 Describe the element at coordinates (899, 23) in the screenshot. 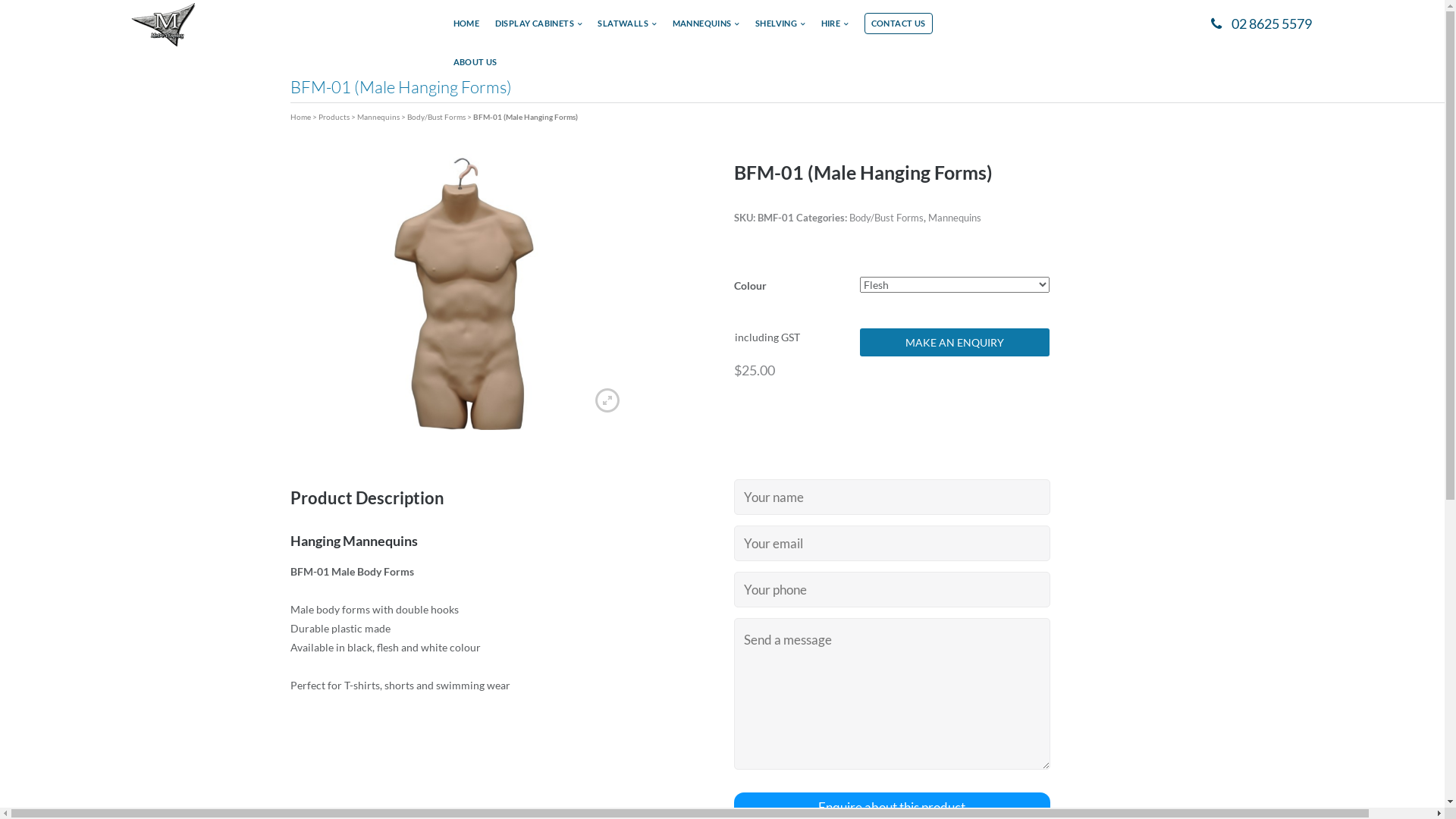

I see `'CONTACT US'` at that location.